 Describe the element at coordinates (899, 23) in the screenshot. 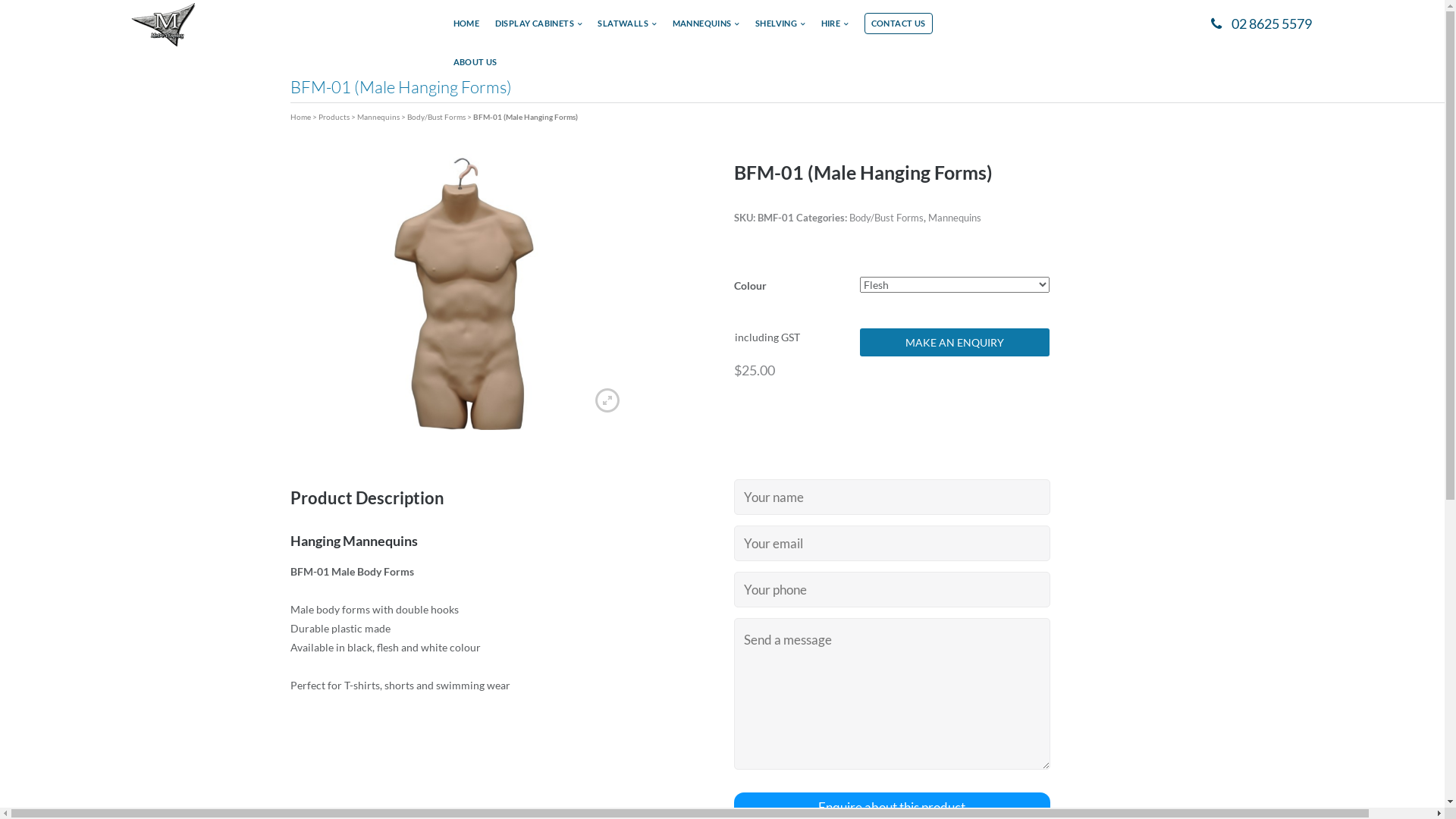

I see `'CONTACT US'` at that location.